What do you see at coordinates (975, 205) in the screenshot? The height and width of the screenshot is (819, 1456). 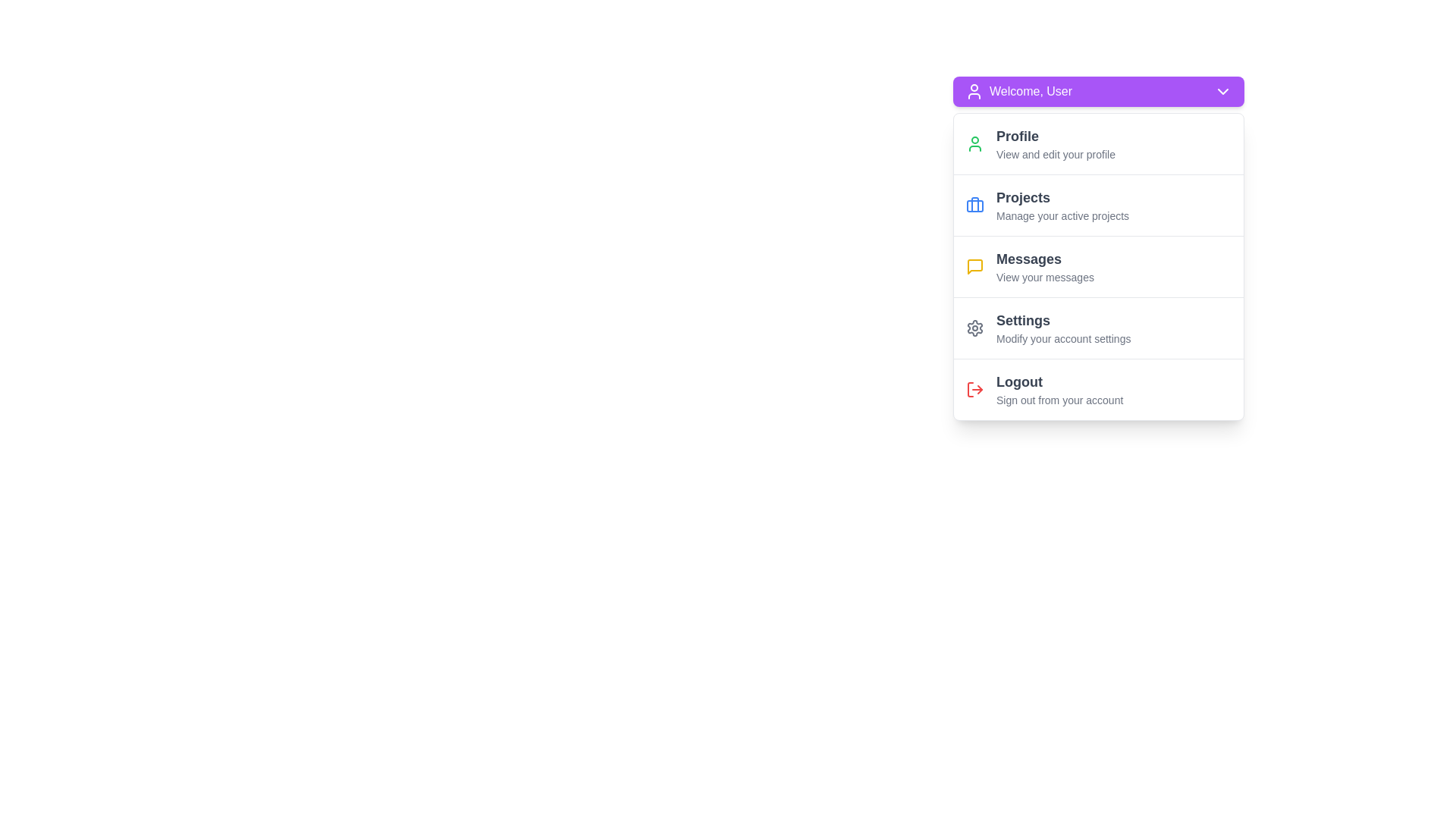 I see `the blue briefcase icon located to the left of the 'Projects' text in the dropdown menu accessible under 'Welcome, User'` at bounding box center [975, 205].